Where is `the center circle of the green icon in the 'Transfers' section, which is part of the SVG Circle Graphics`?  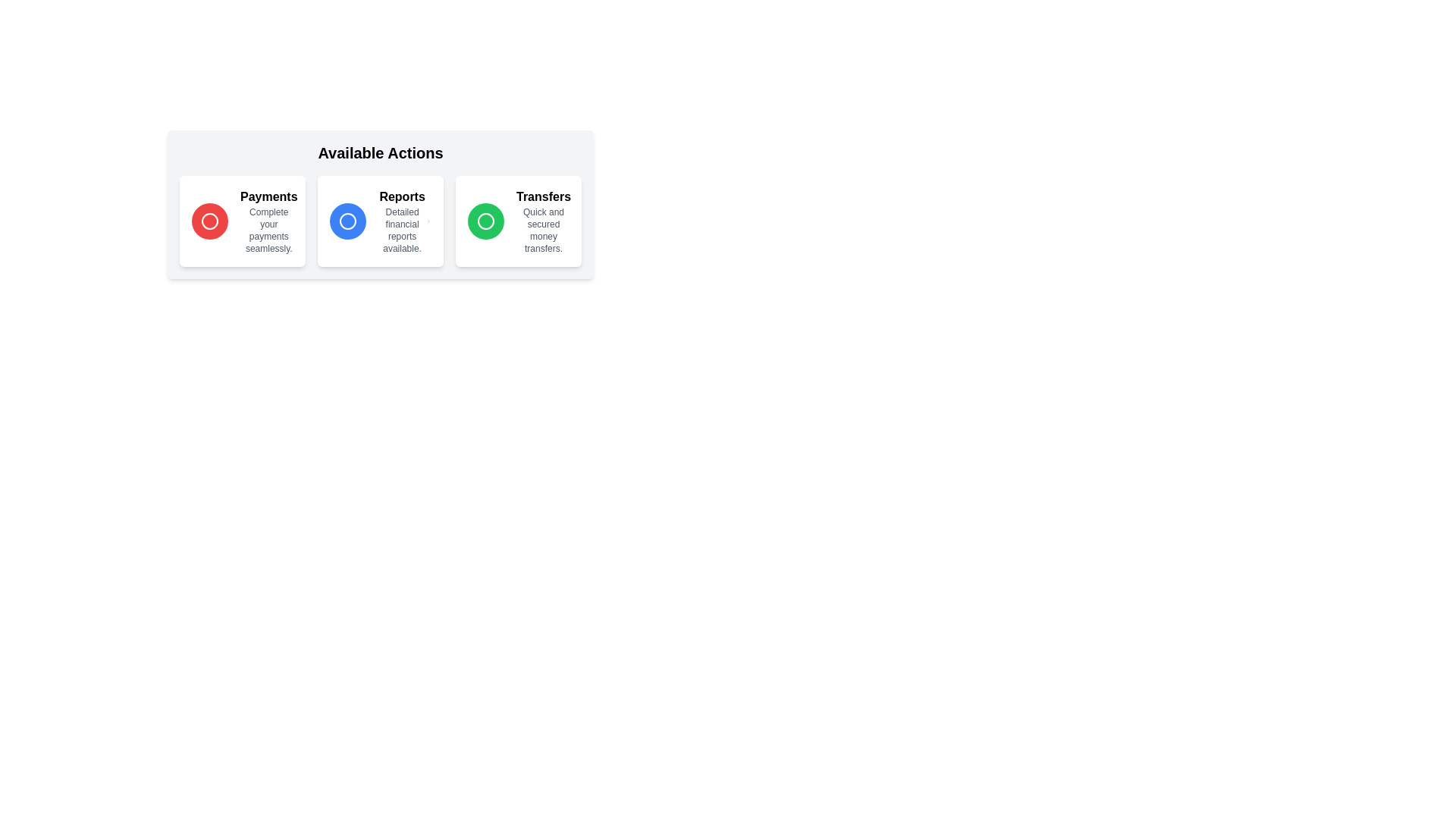 the center circle of the green icon in the 'Transfers' section, which is part of the SVG Circle Graphics is located at coordinates (486, 221).